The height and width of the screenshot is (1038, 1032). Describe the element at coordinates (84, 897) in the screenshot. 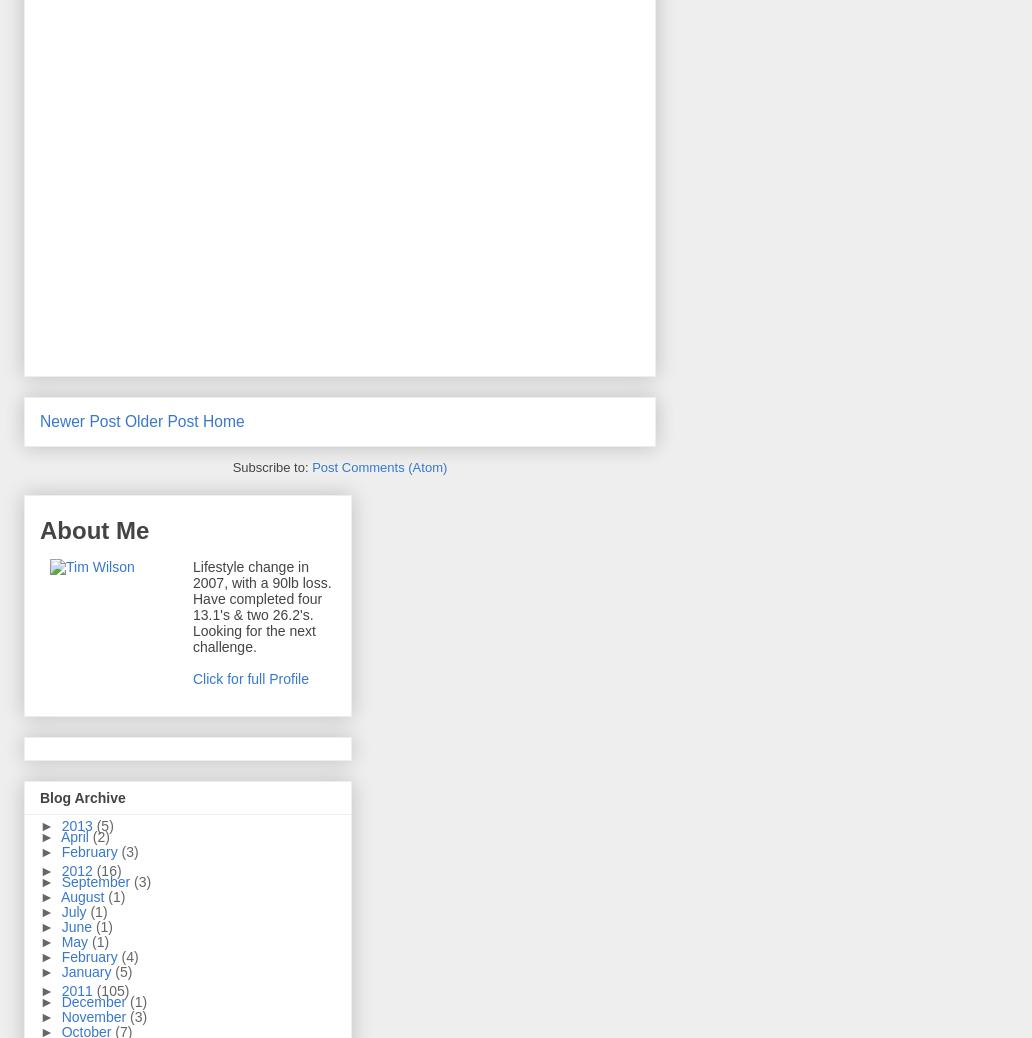

I see `'August'` at that location.